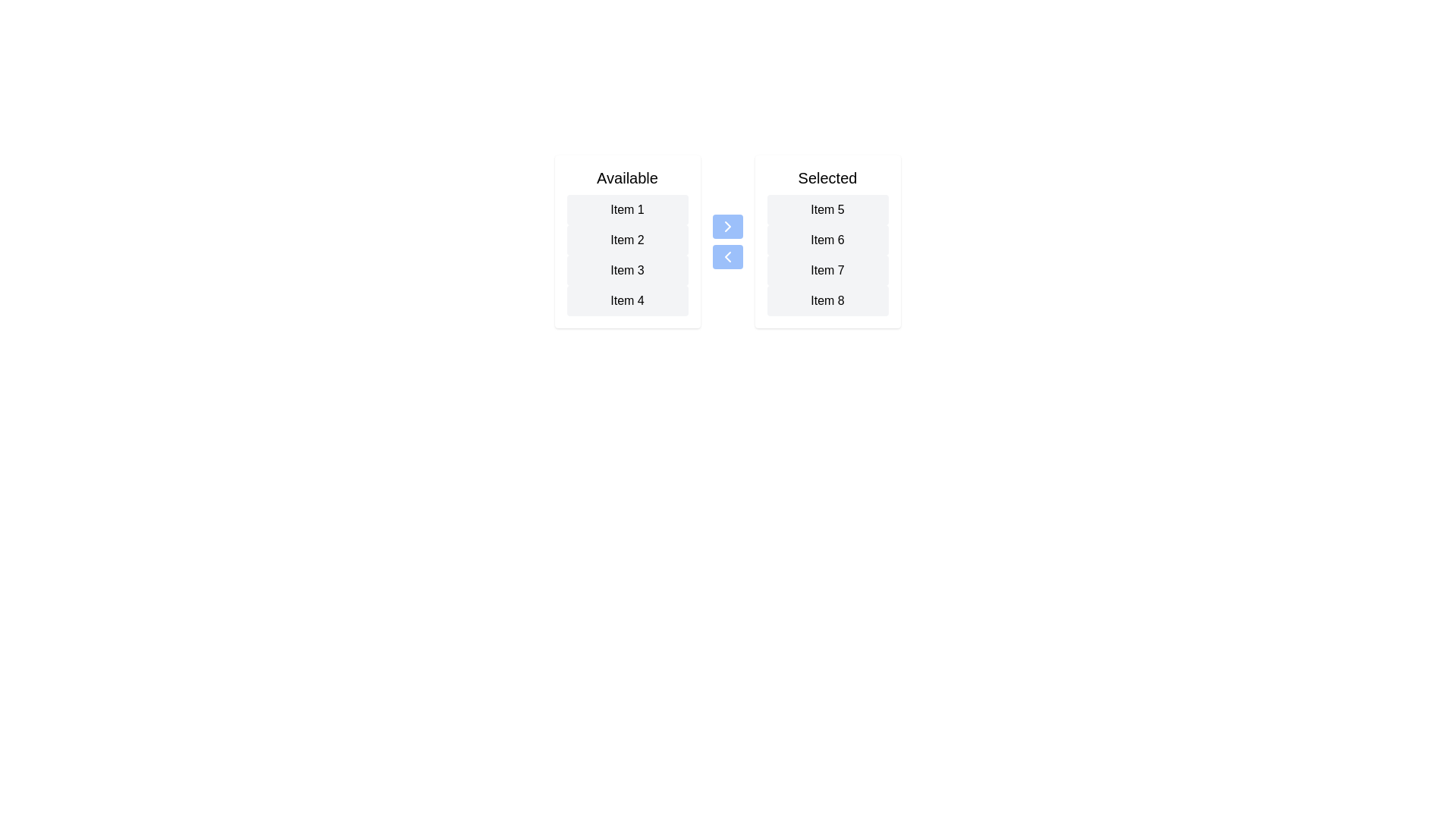 This screenshot has width=1456, height=819. What do you see at coordinates (827, 270) in the screenshot?
I see `the third item` at bounding box center [827, 270].